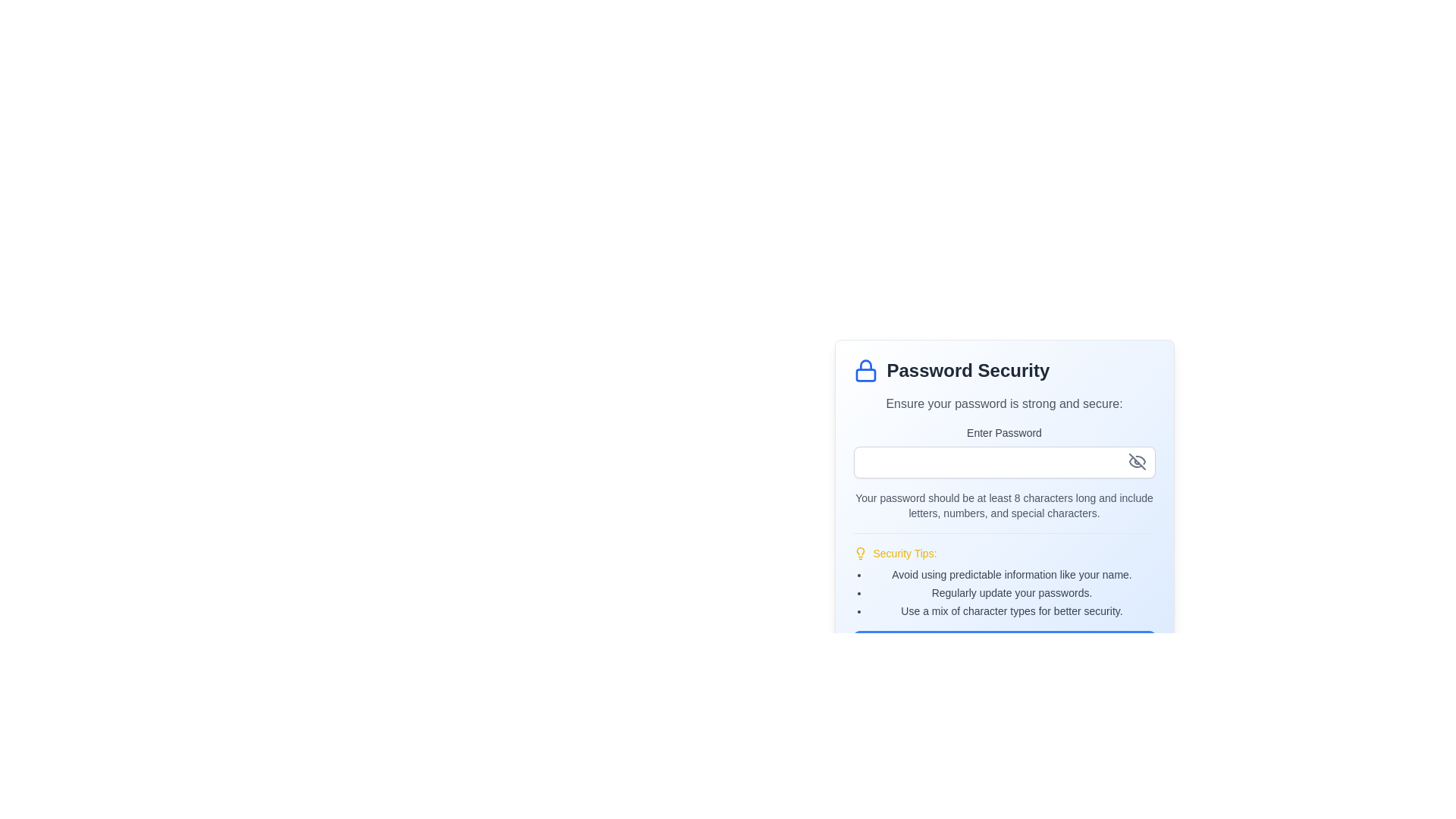  What do you see at coordinates (905, 553) in the screenshot?
I see `the text label that introduces a section of informational tips related to password security, located beneath the password entry text field` at bounding box center [905, 553].